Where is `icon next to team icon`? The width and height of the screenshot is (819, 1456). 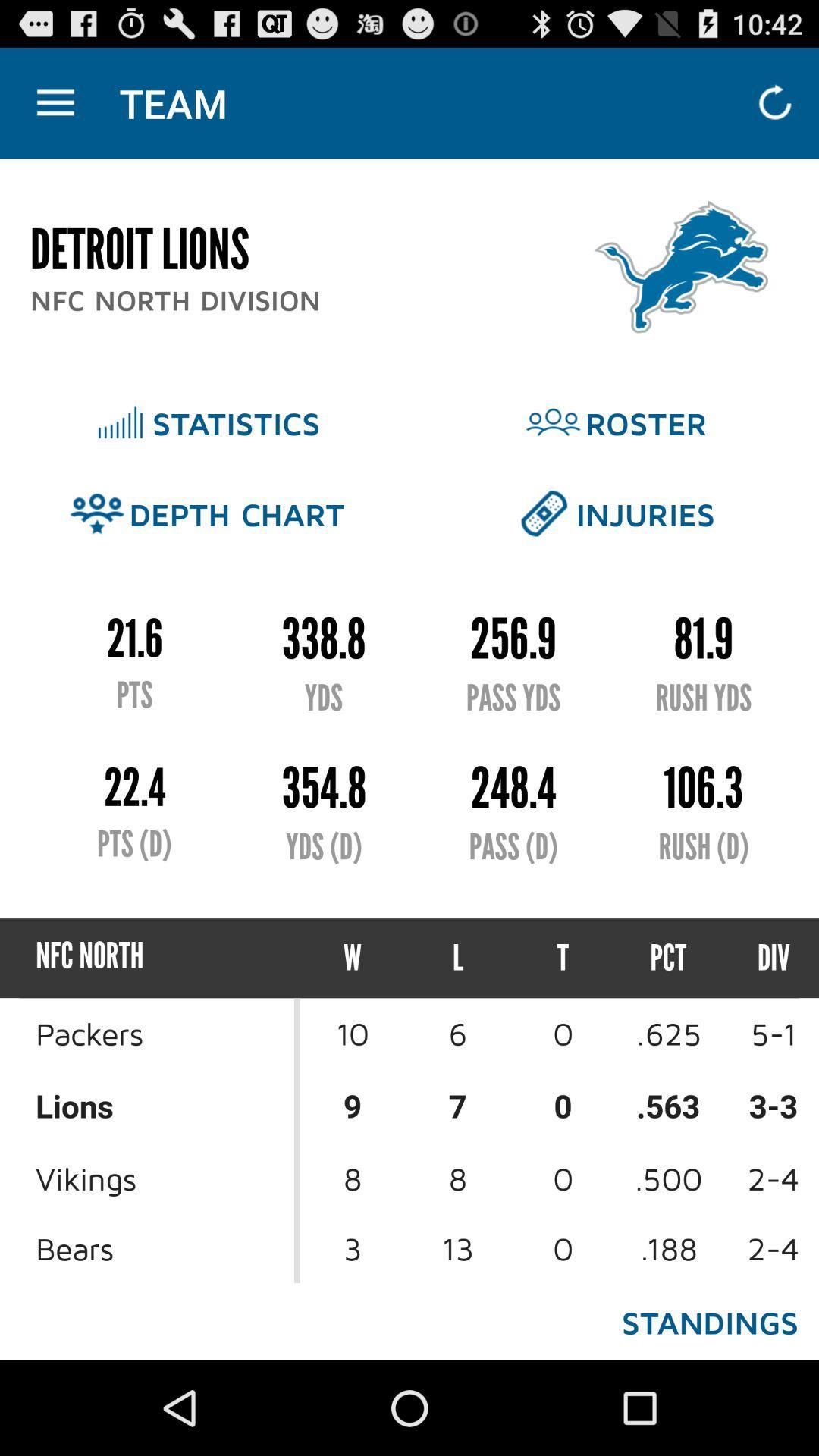
icon next to team icon is located at coordinates (55, 102).